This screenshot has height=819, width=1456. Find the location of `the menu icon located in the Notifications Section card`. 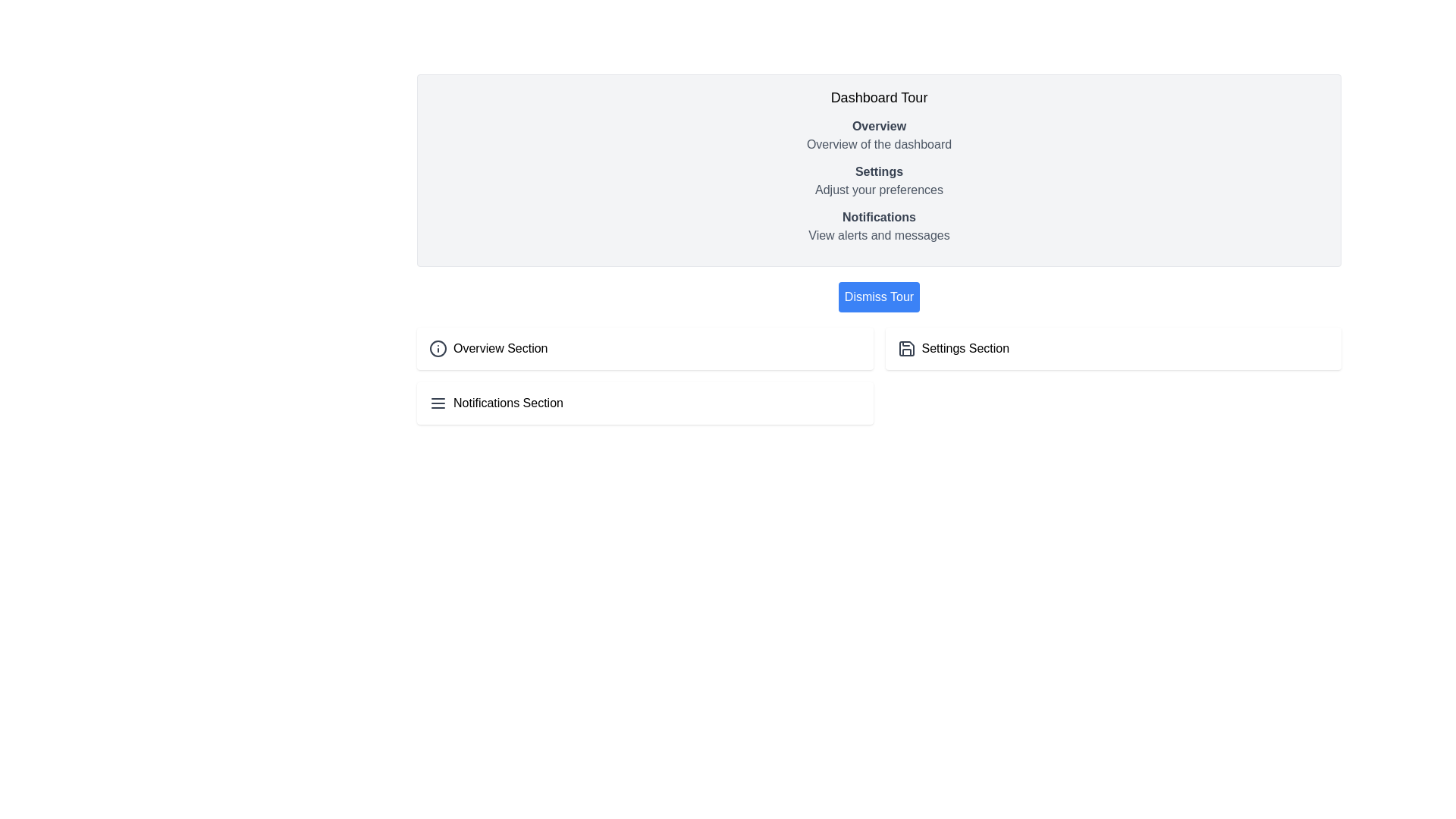

the menu icon located in the Notifications Section card is located at coordinates (437, 403).